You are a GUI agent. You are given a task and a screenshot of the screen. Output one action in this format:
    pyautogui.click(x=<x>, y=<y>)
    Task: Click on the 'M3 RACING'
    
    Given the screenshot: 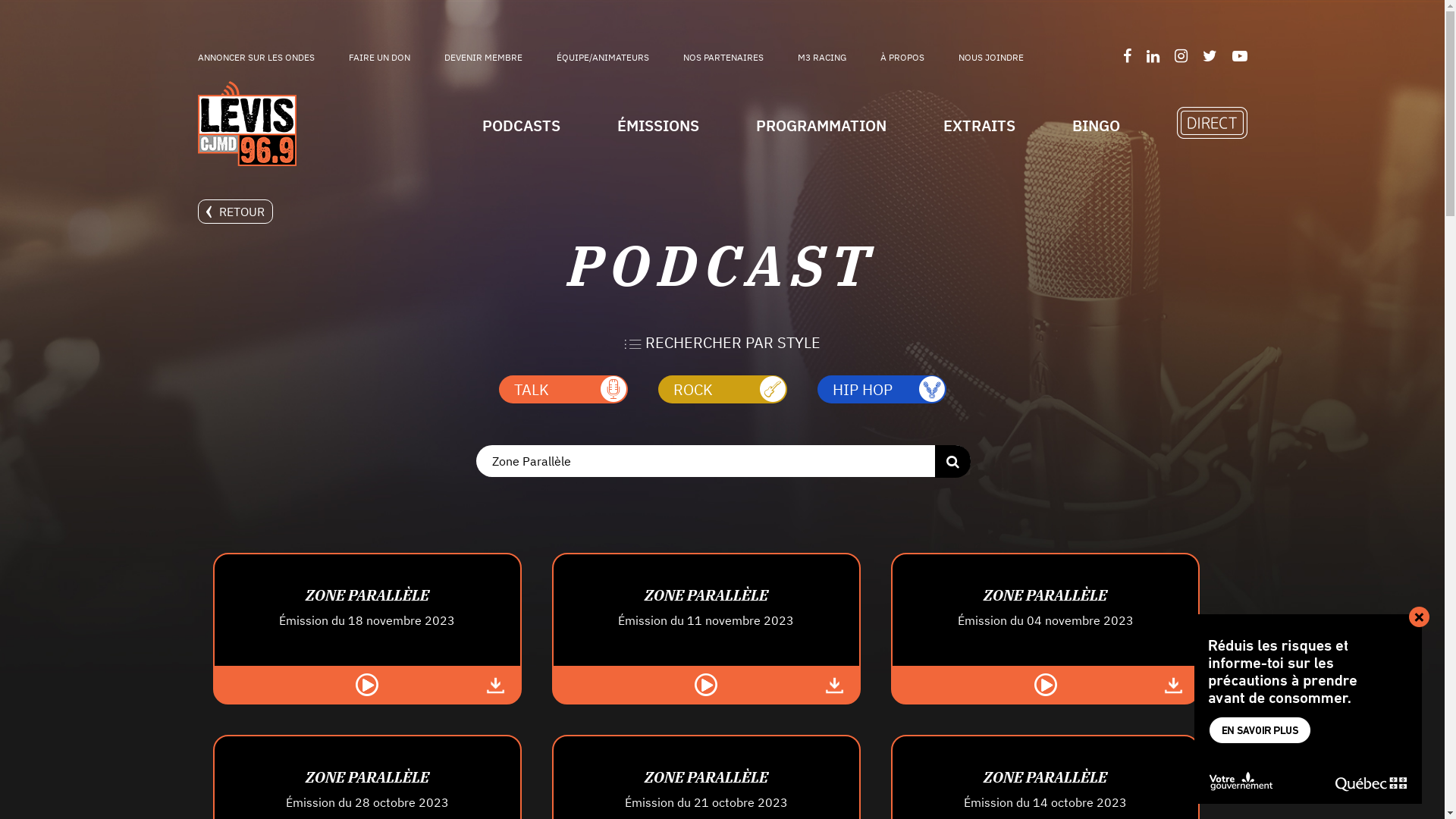 What is the action you would take?
    pyautogui.click(x=821, y=56)
    